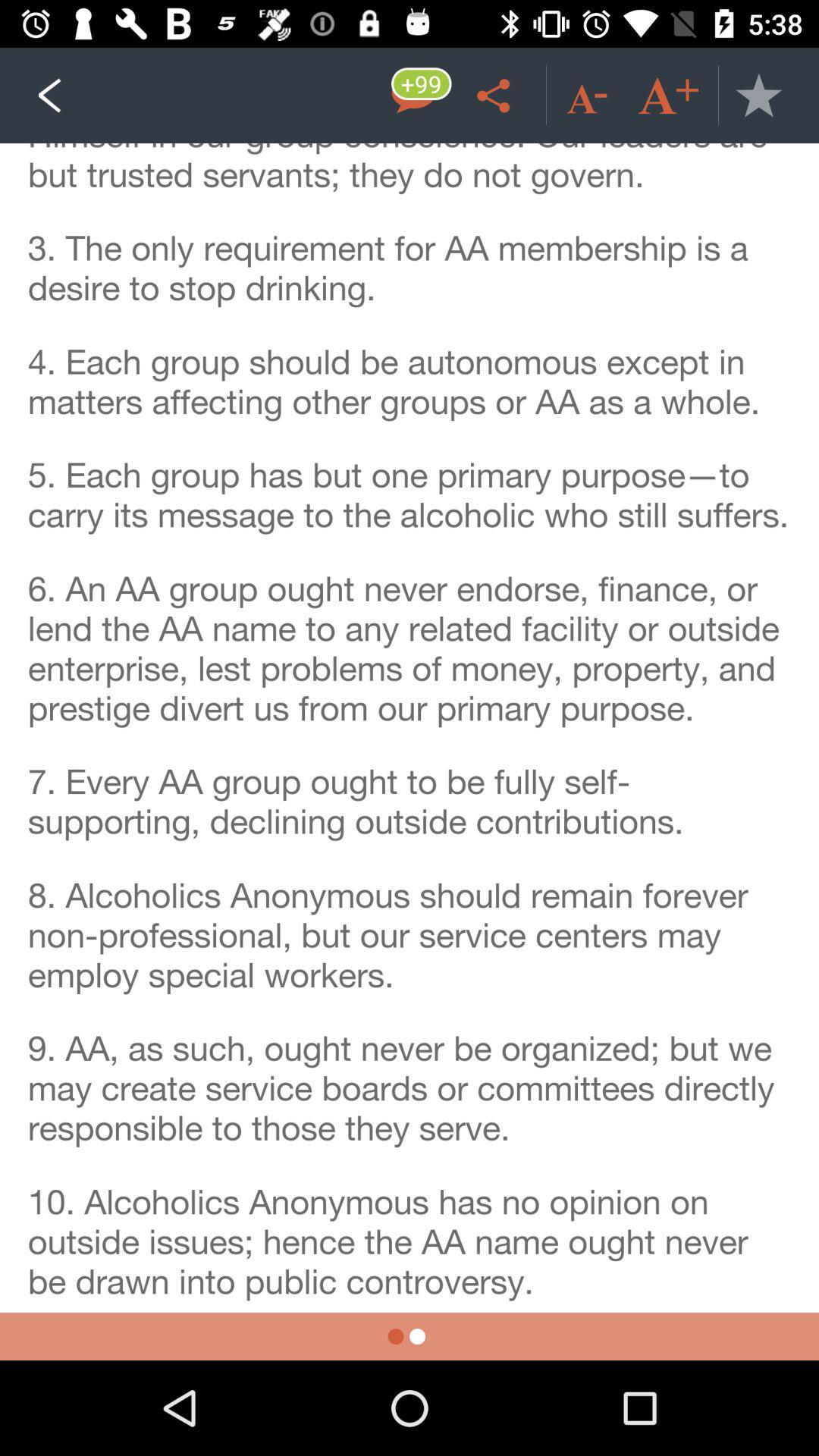 The image size is (819, 1456). I want to click on message box, so click(414, 94).